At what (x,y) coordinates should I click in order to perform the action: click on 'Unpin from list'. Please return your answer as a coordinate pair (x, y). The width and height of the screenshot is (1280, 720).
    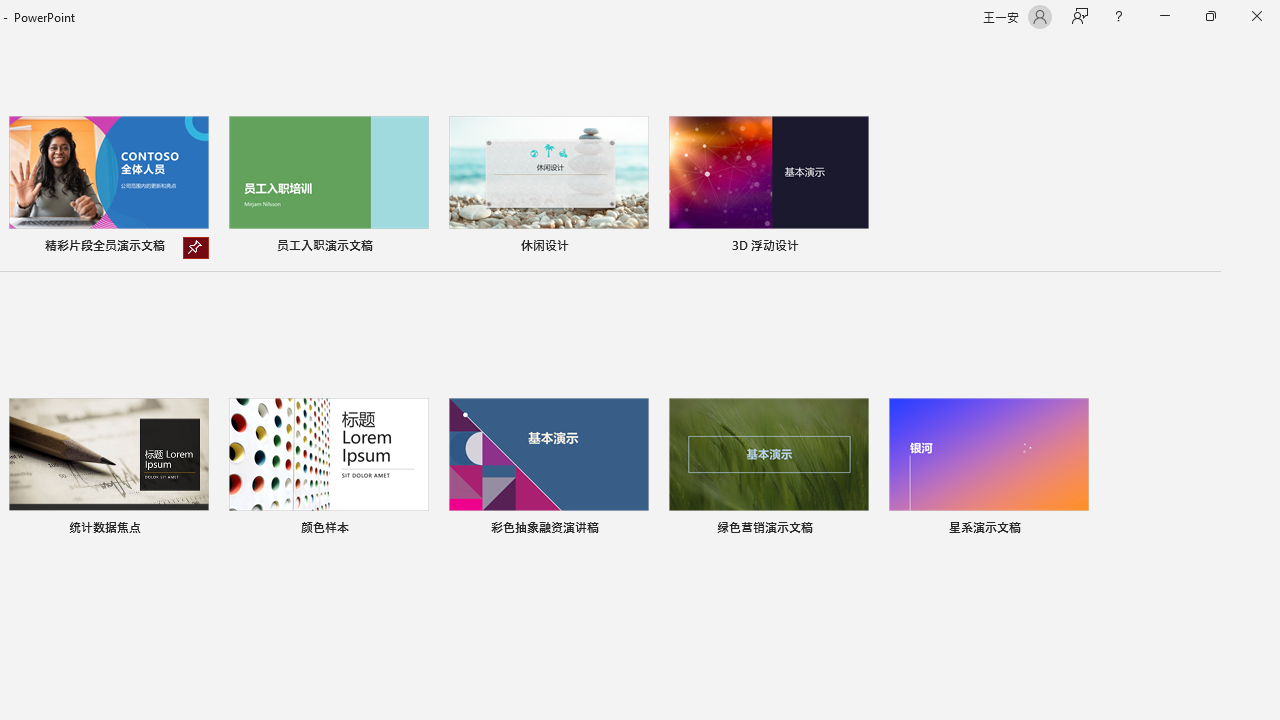
    Looking at the image, I should click on (195, 247).